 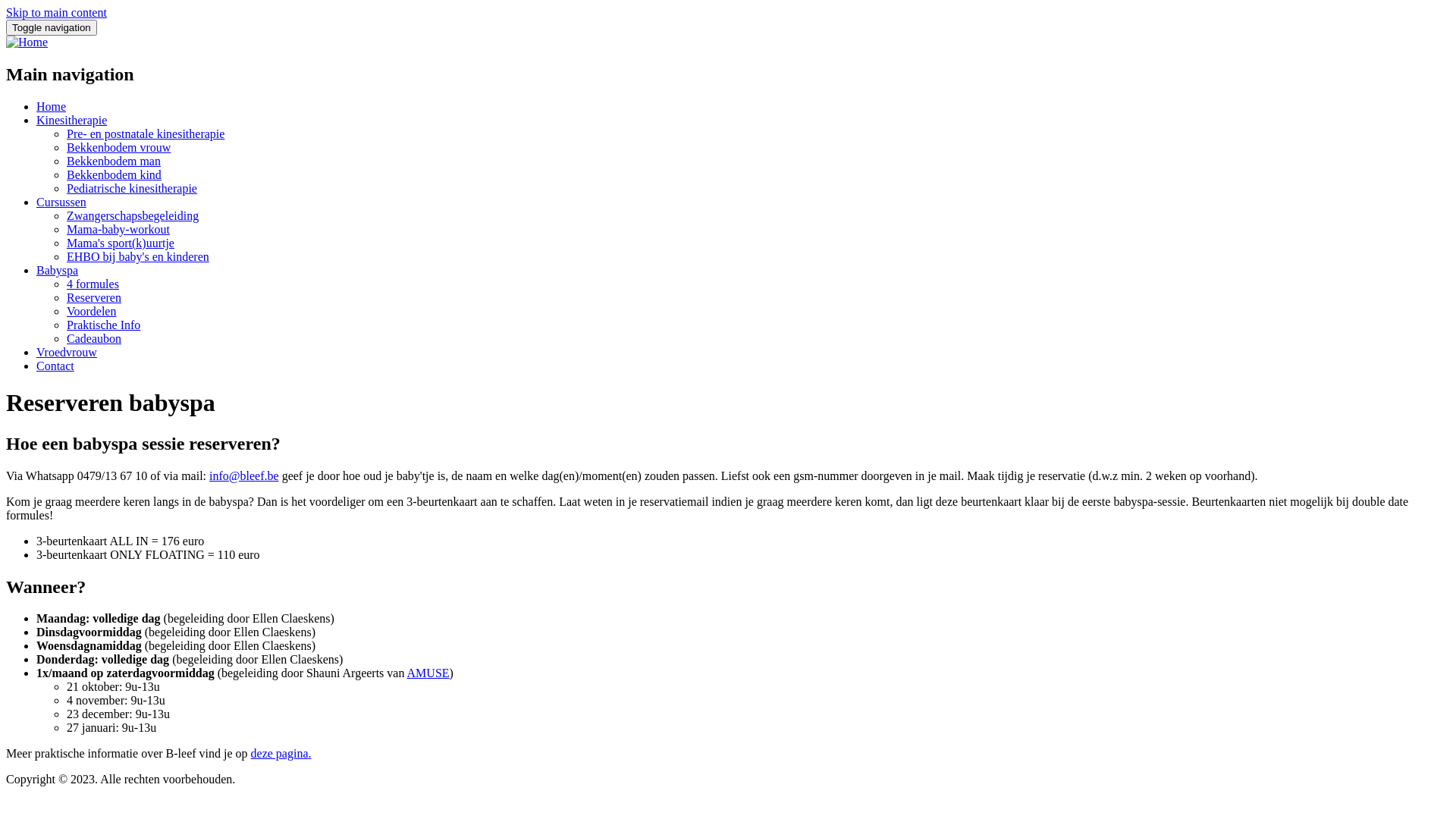 What do you see at coordinates (27, 41) in the screenshot?
I see `'Home'` at bounding box center [27, 41].